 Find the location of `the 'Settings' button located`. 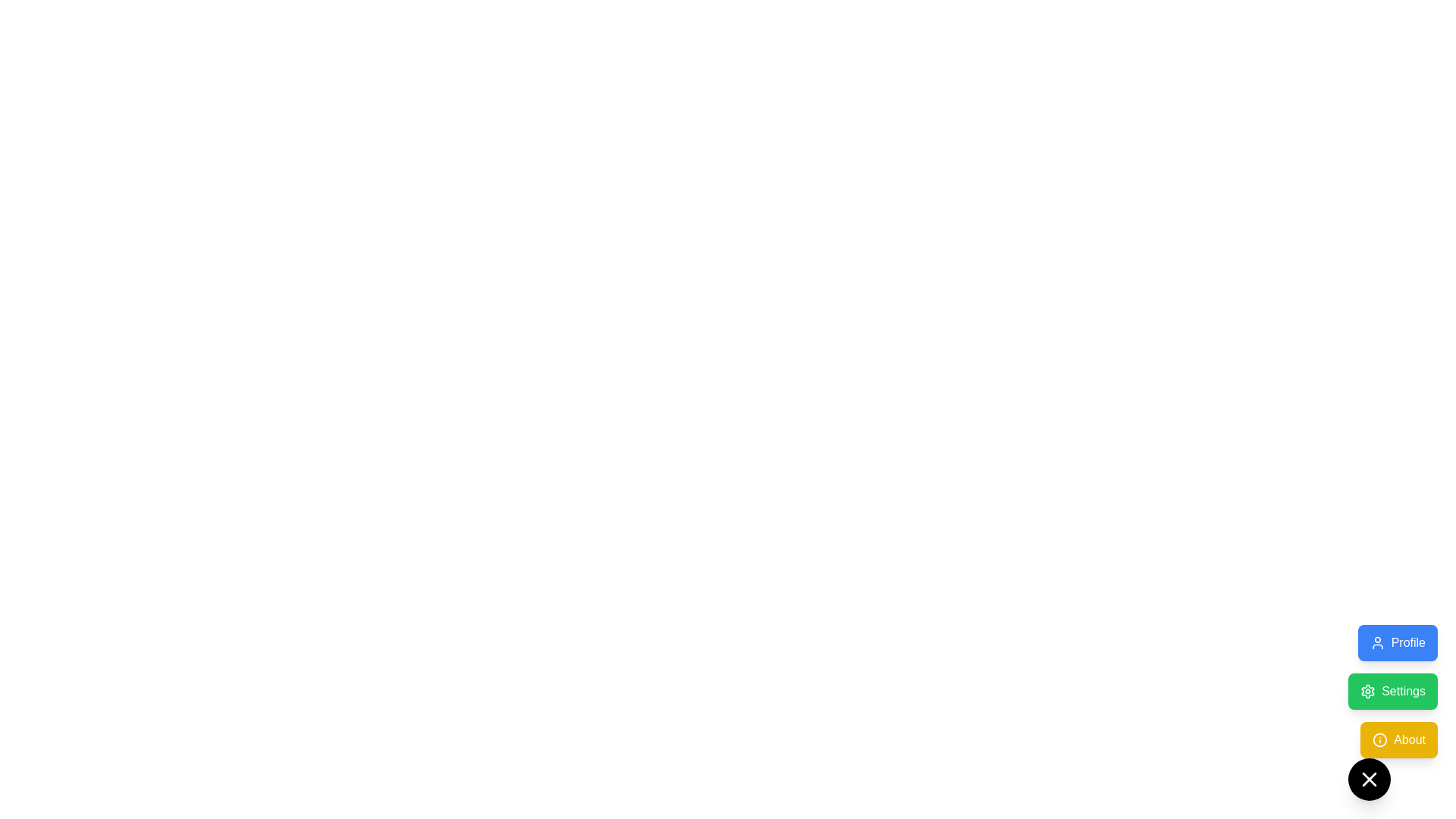

the 'Settings' button located is located at coordinates (1393, 691).